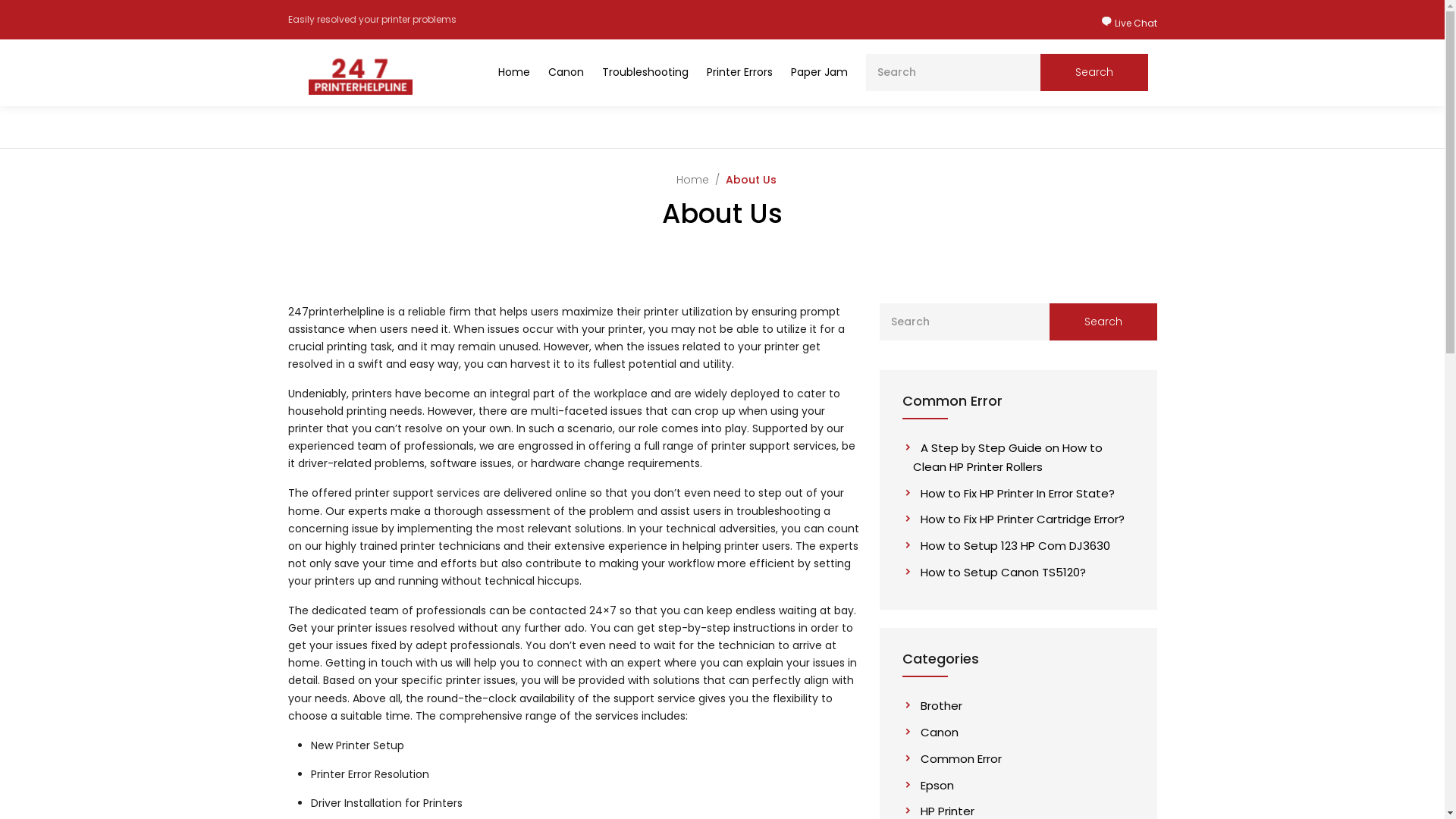 This screenshot has width=1456, height=819. Describe the element at coordinates (1014, 493) in the screenshot. I see `'How to Fix HP Printer In Error State?'` at that location.